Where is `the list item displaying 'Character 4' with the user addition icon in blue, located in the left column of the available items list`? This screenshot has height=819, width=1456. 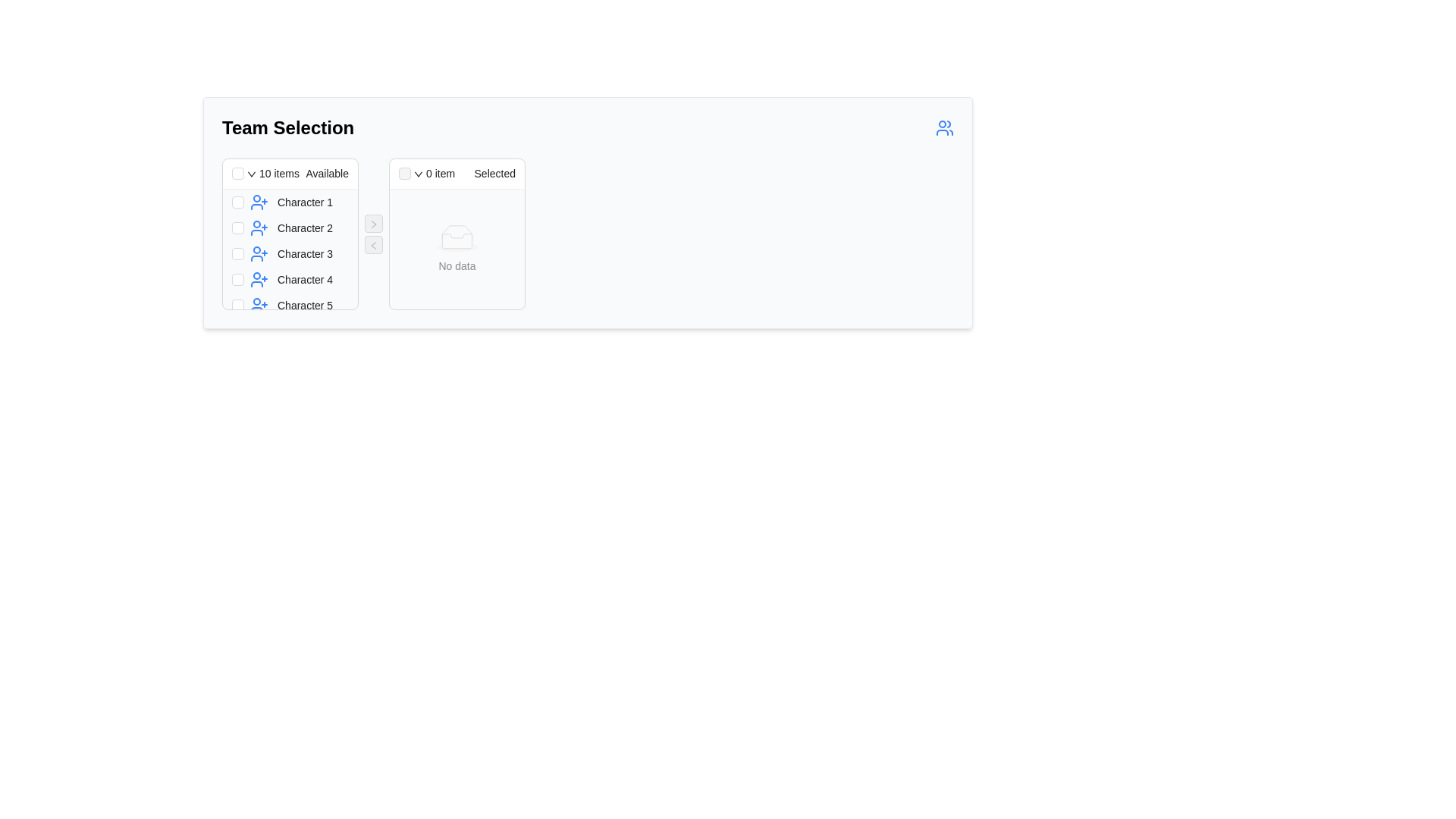
the list item displaying 'Character 4' with the user addition icon in blue, located in the left column of the available items list is located at coordinates (299, 280).